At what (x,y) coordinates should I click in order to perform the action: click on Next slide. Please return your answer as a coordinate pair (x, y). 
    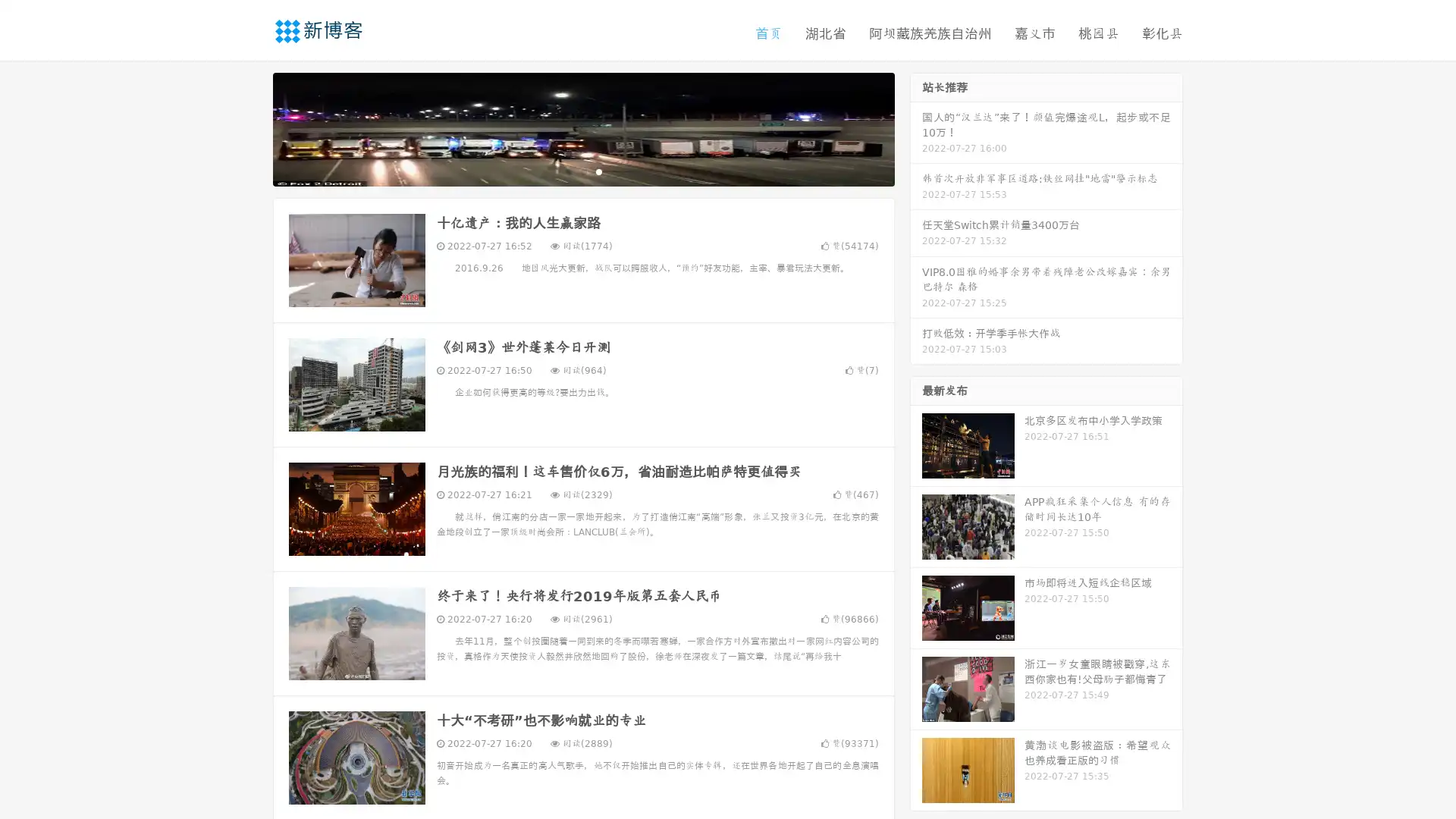
    Looking at the image, I should click on (916, 127).